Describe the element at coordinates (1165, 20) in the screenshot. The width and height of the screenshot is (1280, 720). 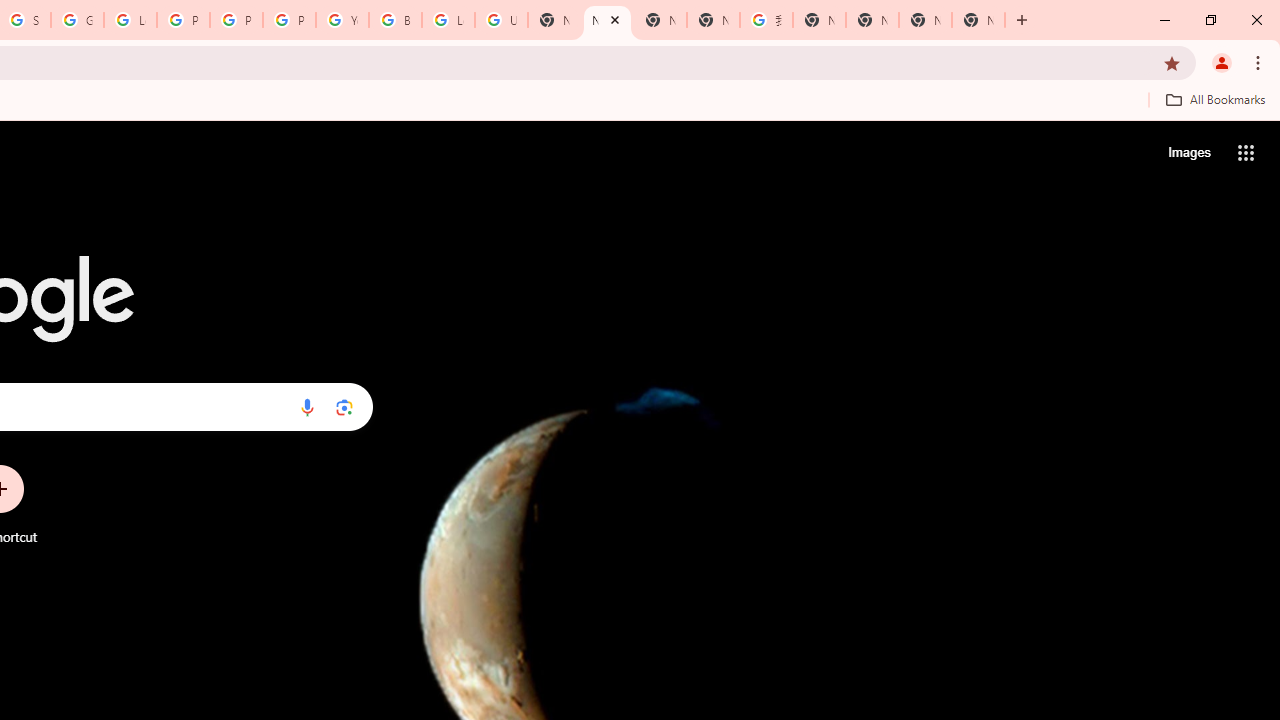
I see `'Minimize'` at that location.